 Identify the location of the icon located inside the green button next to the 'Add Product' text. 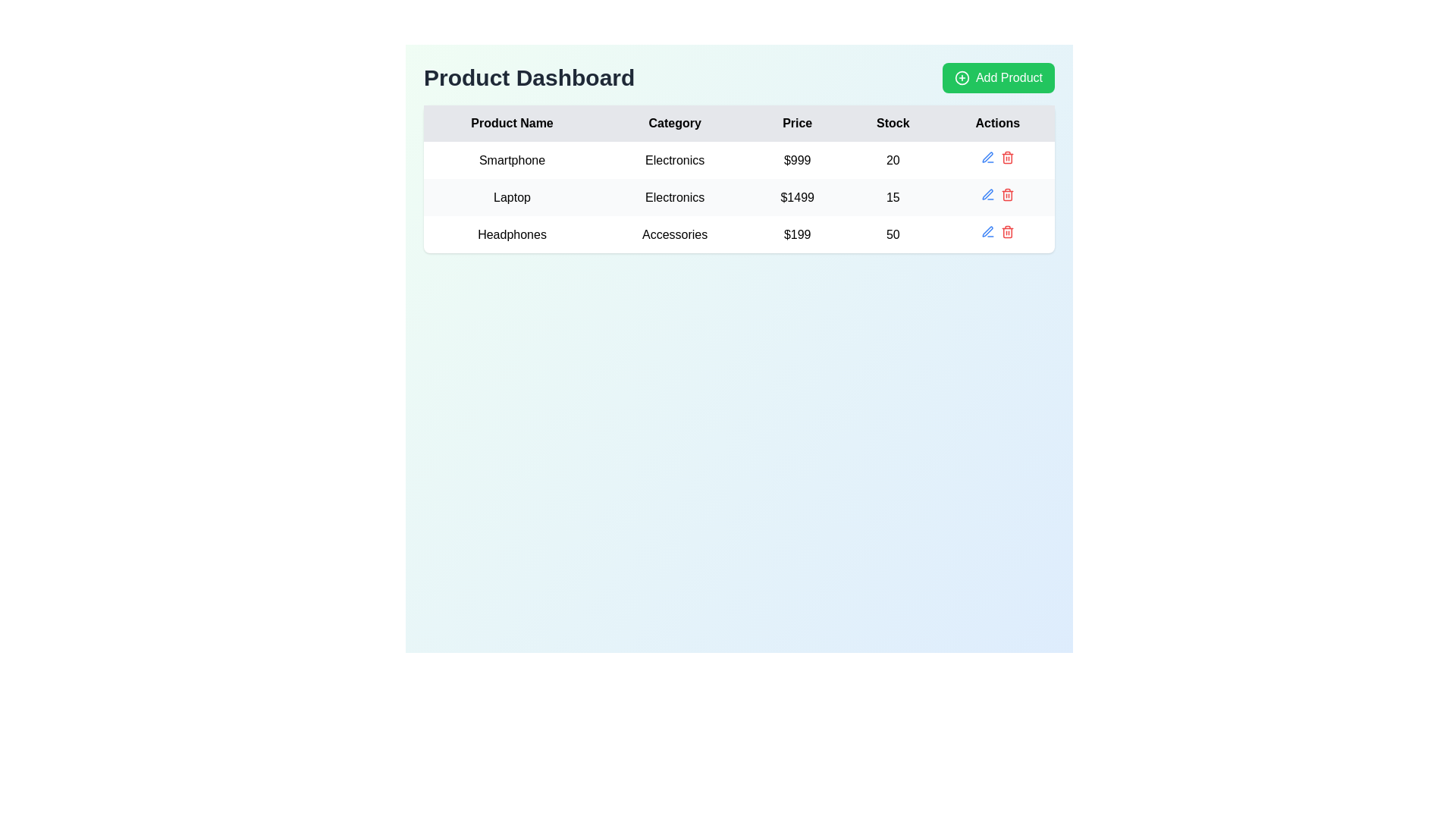
(961, 78).